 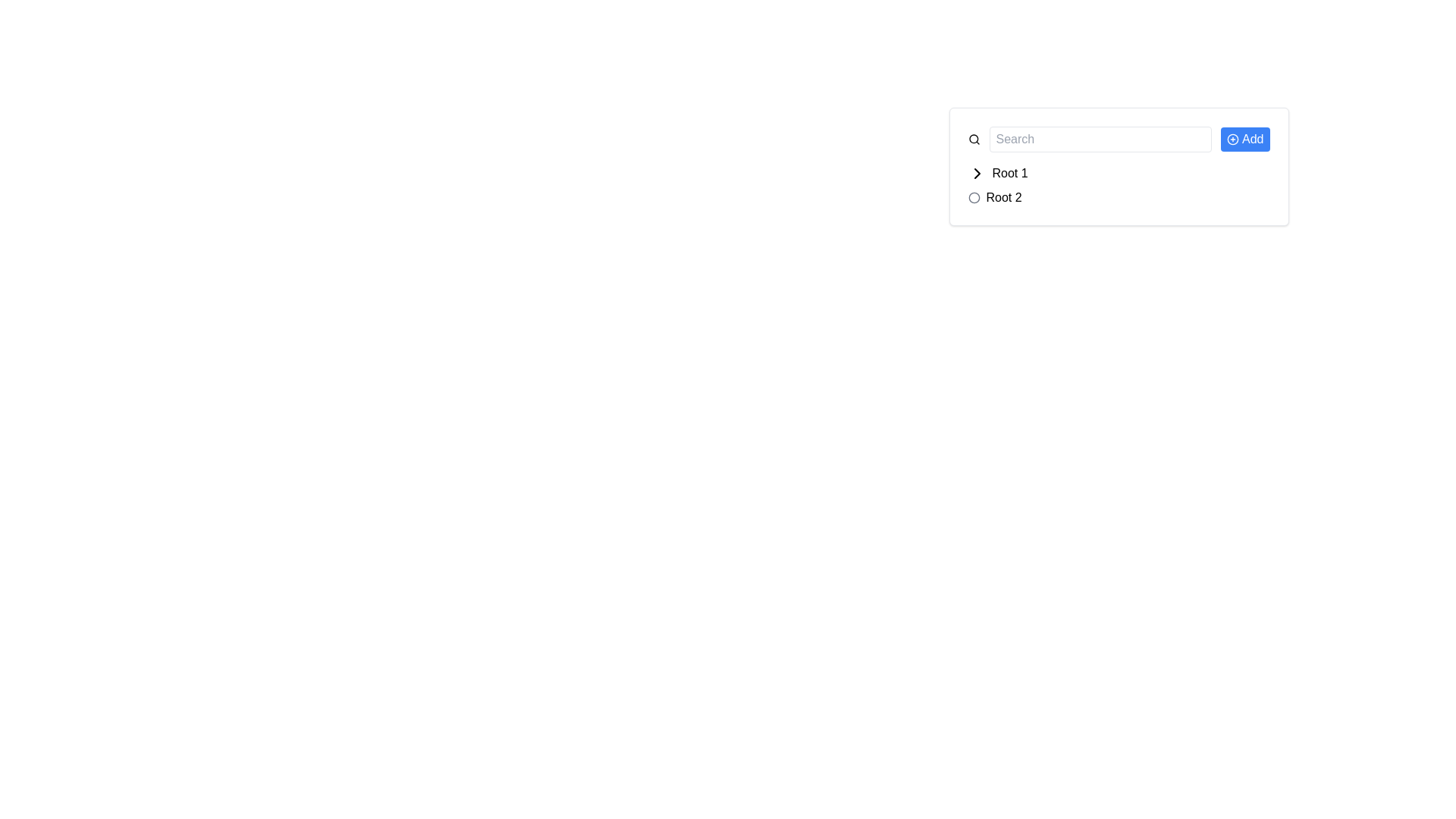 What do you see at coordinates (1253, 140) in the screenshot?
I see `the blue rectangular button at the top-right corner of the interactive panel that contains the text label 'Add' in white color` at bounding box center [1253, 140].